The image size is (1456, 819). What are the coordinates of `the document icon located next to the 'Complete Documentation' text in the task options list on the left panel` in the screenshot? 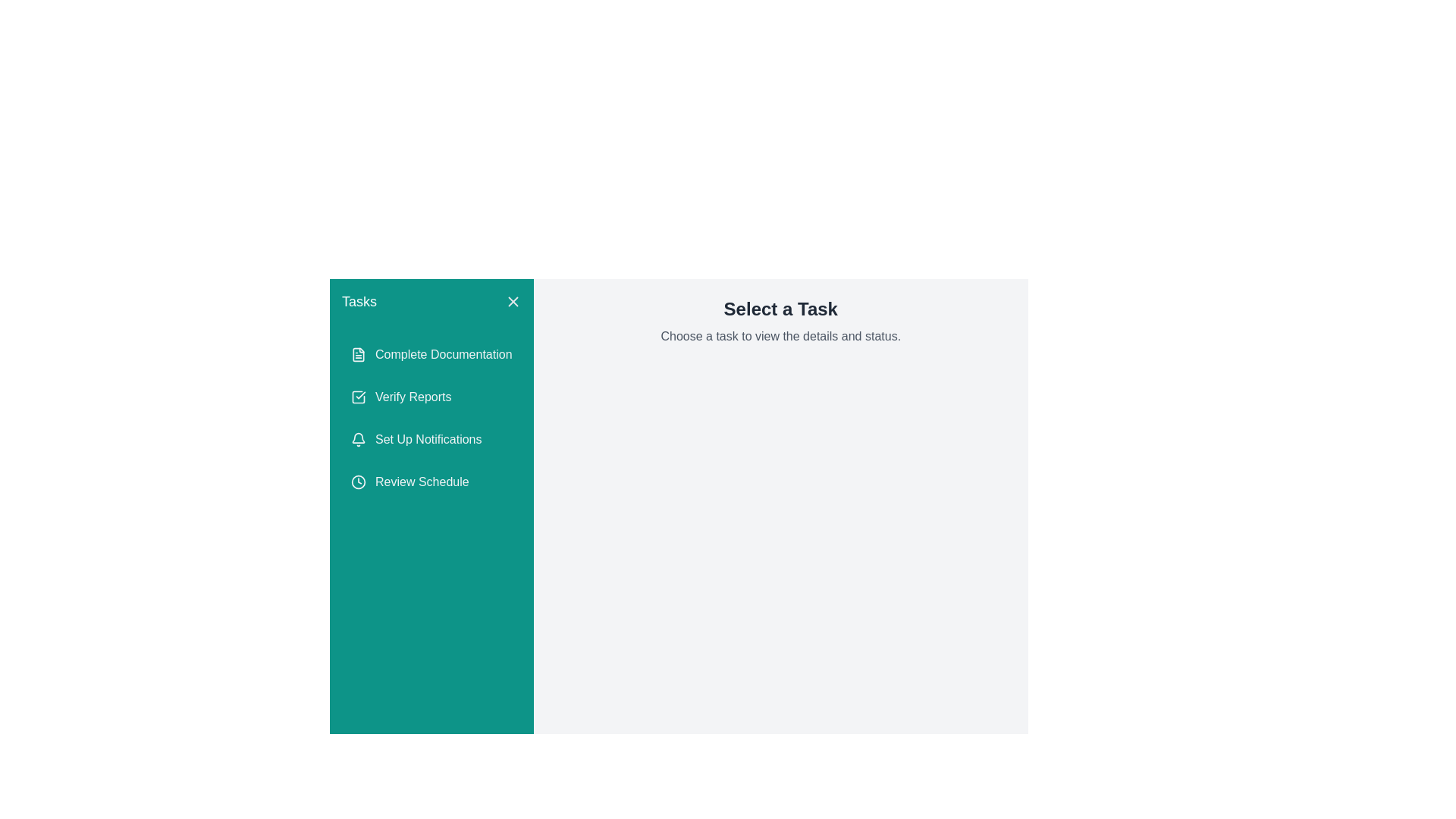 It's located at (358, 354).